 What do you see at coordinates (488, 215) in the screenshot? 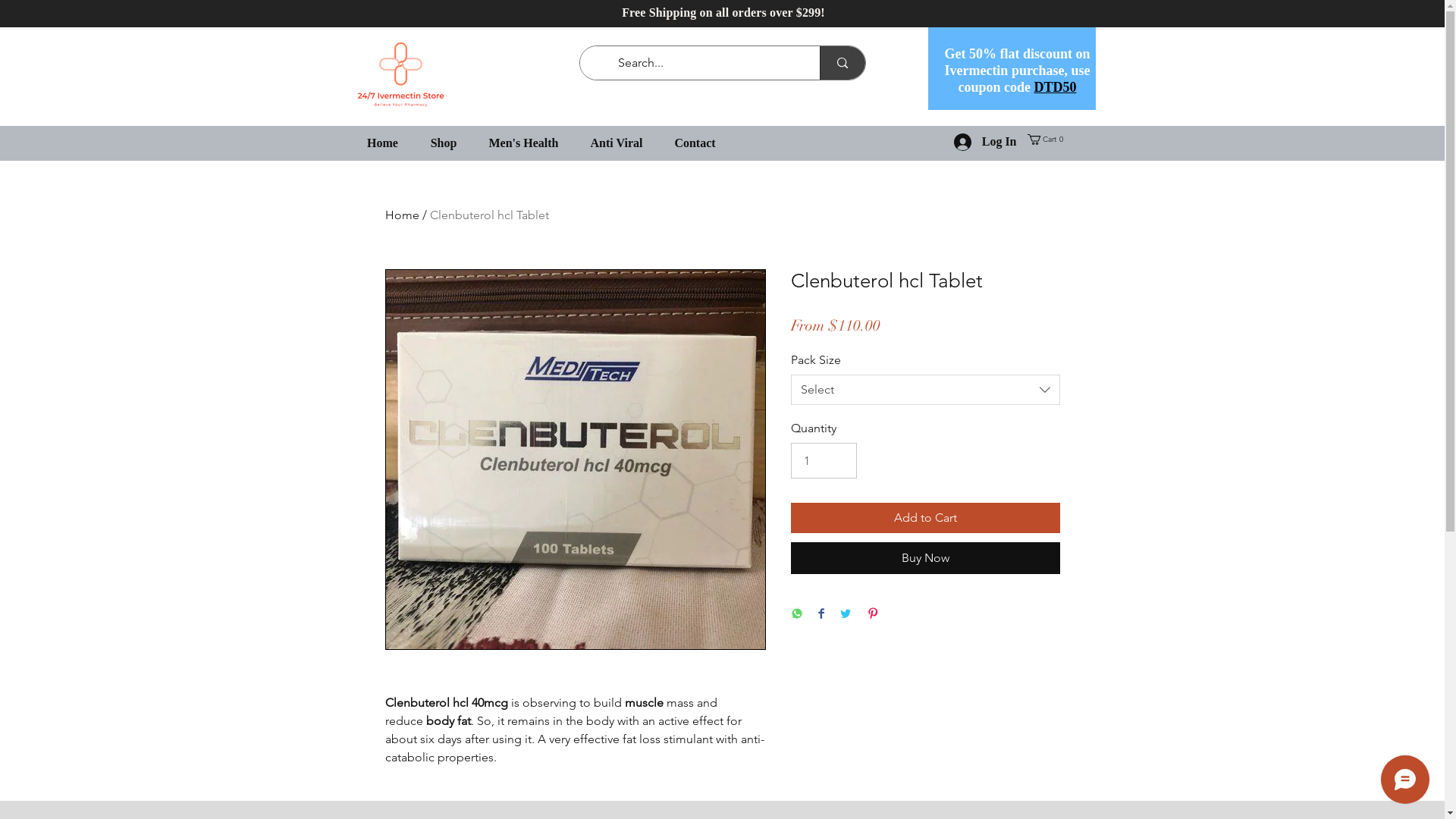
I see `'Clenbuterol hcl Tablet'` at bounding box center [488, 215].